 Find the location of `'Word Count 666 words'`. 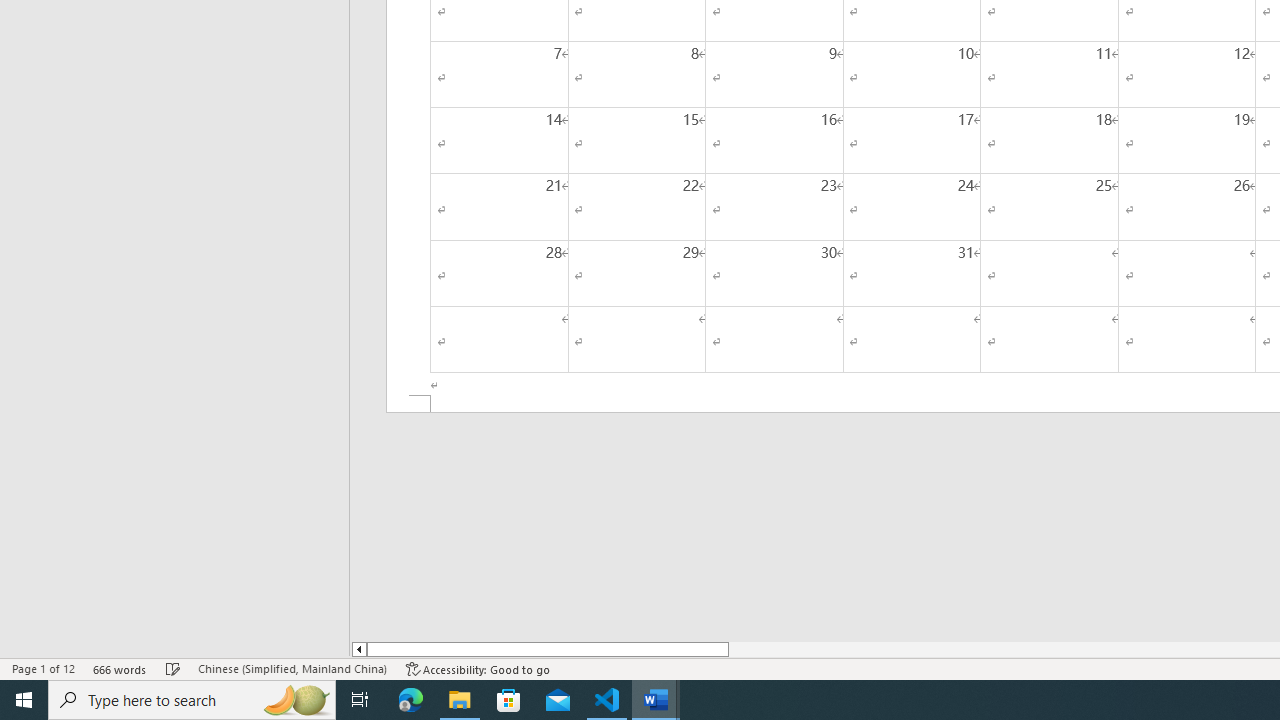

'Word Count 666 words' is located at coordinates (119, 669).